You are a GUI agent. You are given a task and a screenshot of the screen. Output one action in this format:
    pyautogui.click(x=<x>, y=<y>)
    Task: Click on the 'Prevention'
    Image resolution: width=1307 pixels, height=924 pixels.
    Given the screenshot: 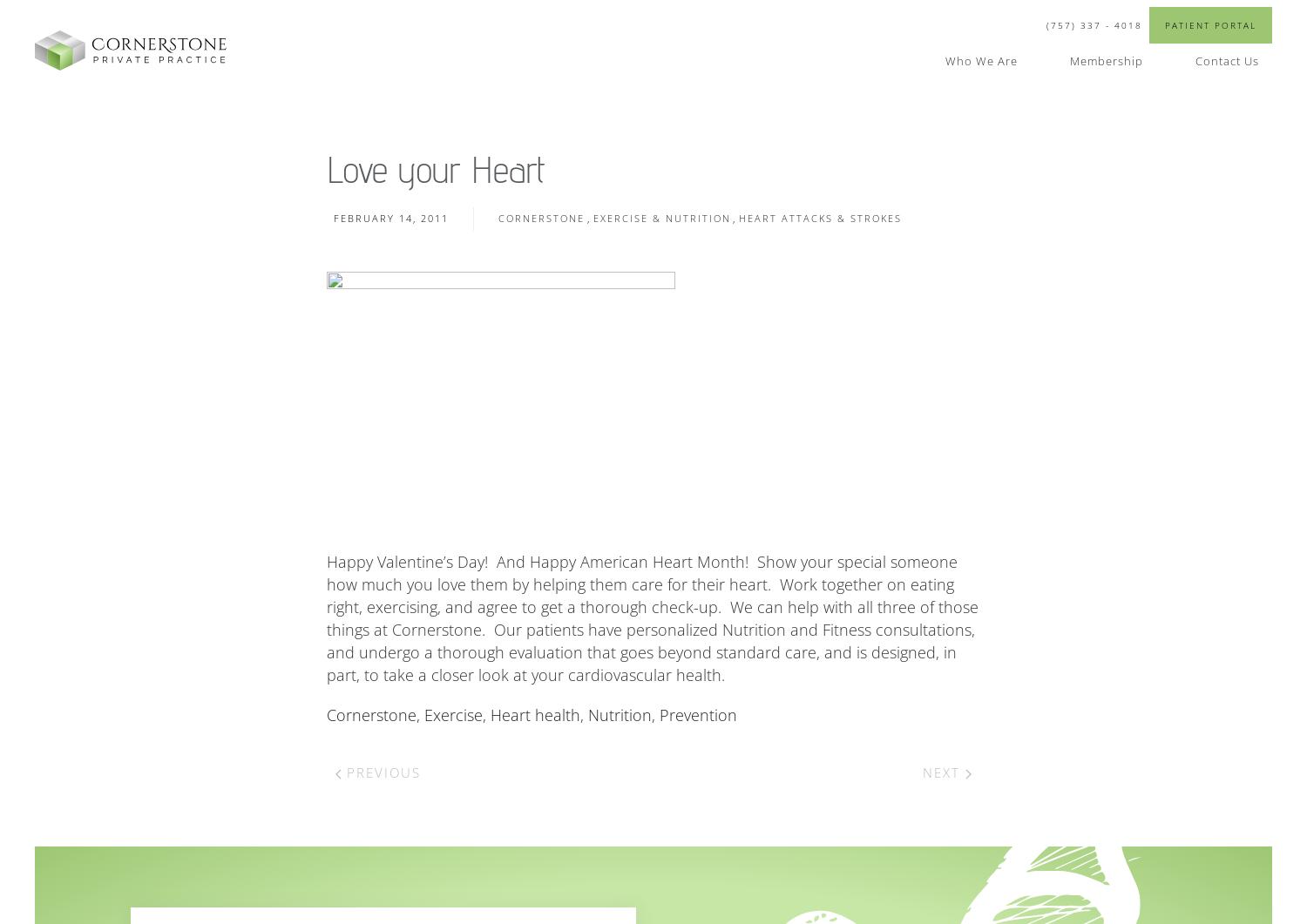 What is the action you would take?
    pyautogui.click(x=698, y=715)
    